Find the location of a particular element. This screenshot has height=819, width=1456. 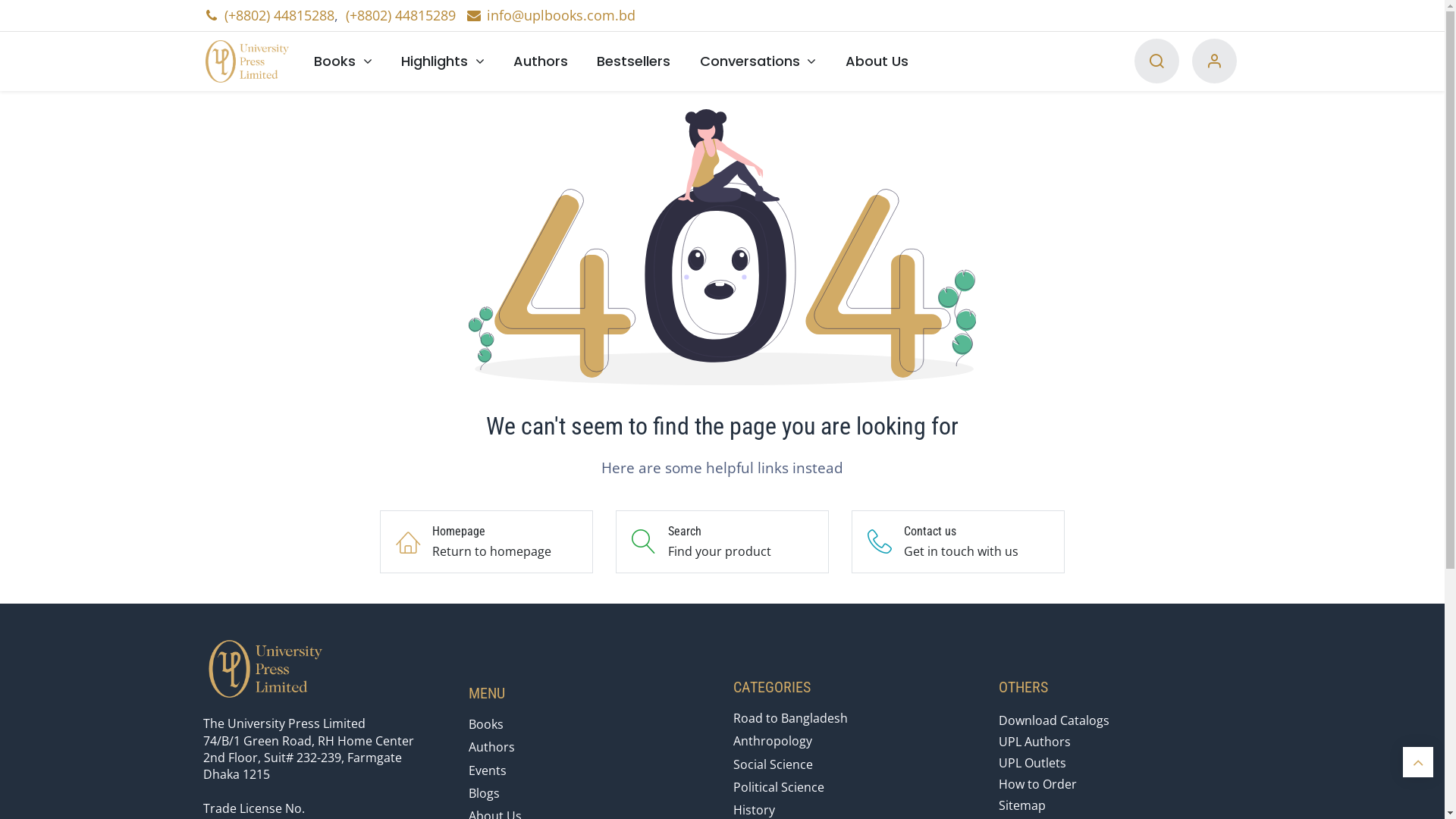

'Download Catalogs' is located at coordinates (1053, 719).